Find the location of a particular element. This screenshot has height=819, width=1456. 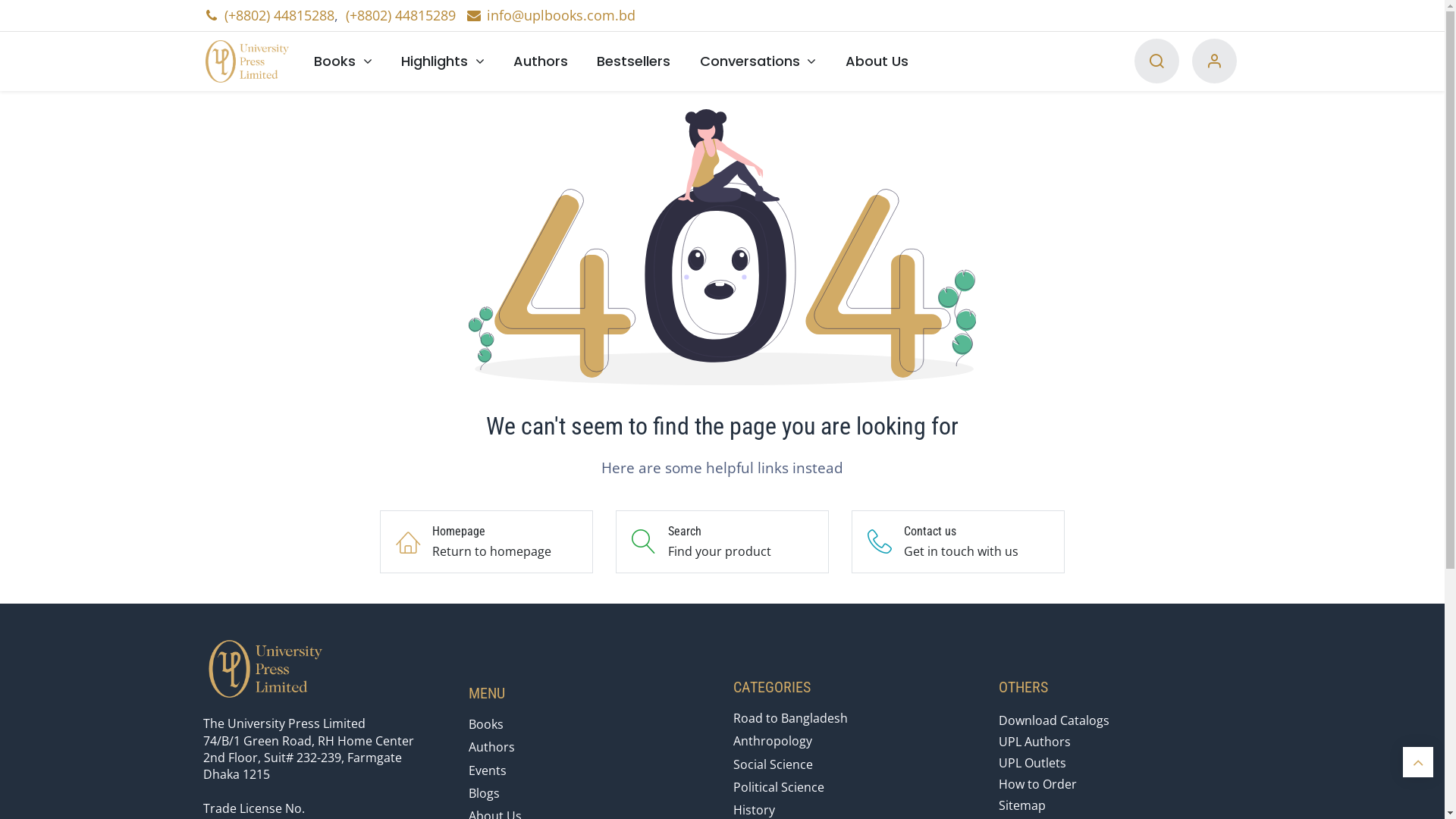

'Download Catalogs' is located at coordinates (1053, 719).